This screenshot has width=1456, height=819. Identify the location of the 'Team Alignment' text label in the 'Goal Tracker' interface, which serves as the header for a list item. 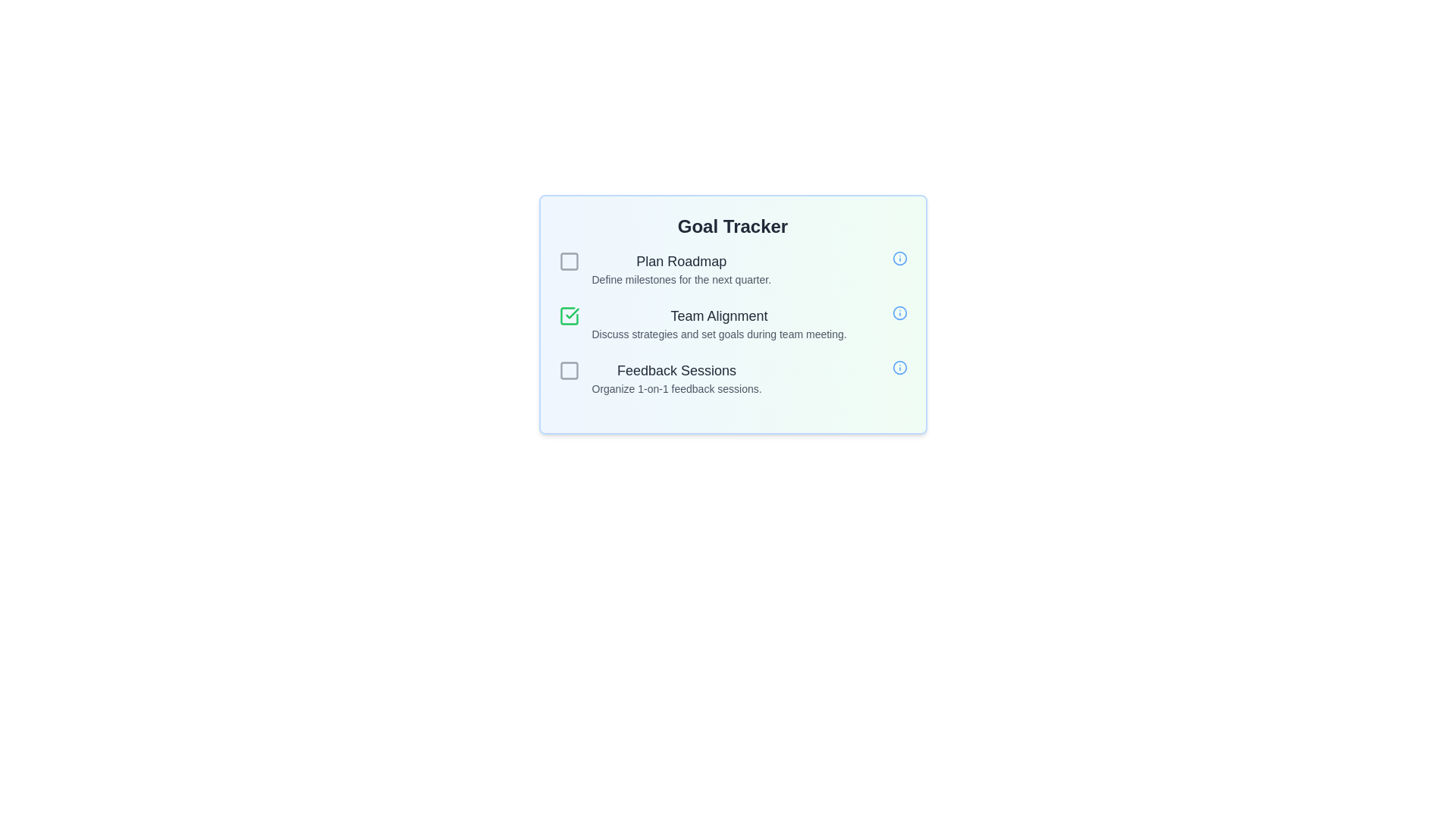
(718, 315).